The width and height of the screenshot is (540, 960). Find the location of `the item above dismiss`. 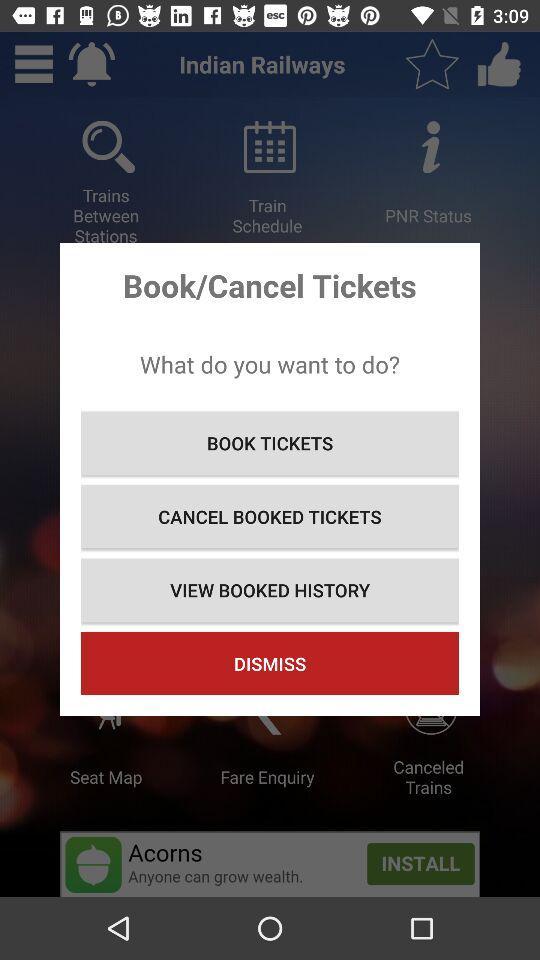

the item above dismiss is located at coordinates (270, 590).